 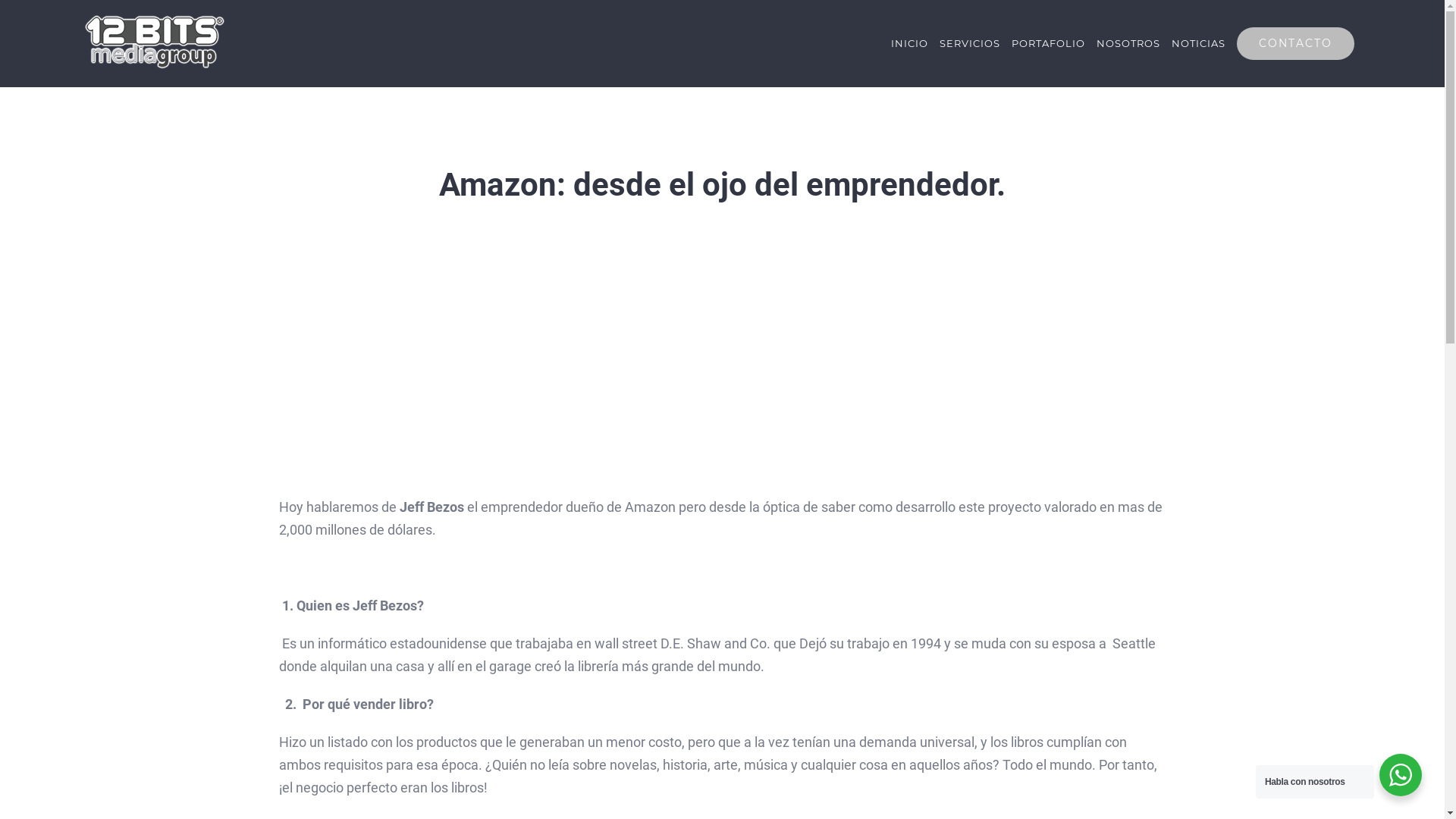 I want to click on 'INICIO', so click(x=891, y=42).